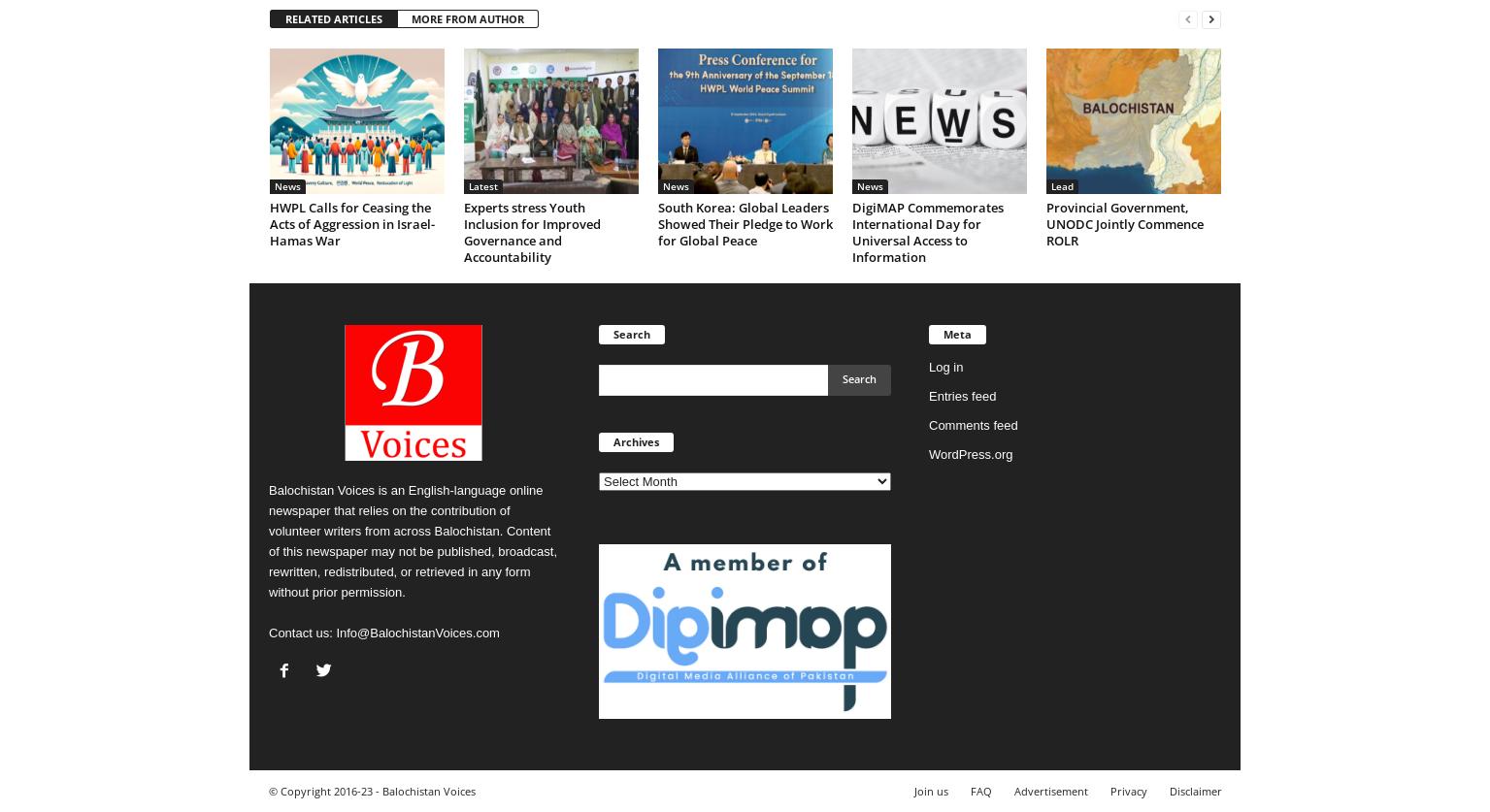  Describe the element at coordinates (927, 231) in the screenshot. I see `'DigiMAP Commemorates International Day for Universal Access to Information'` at that location.